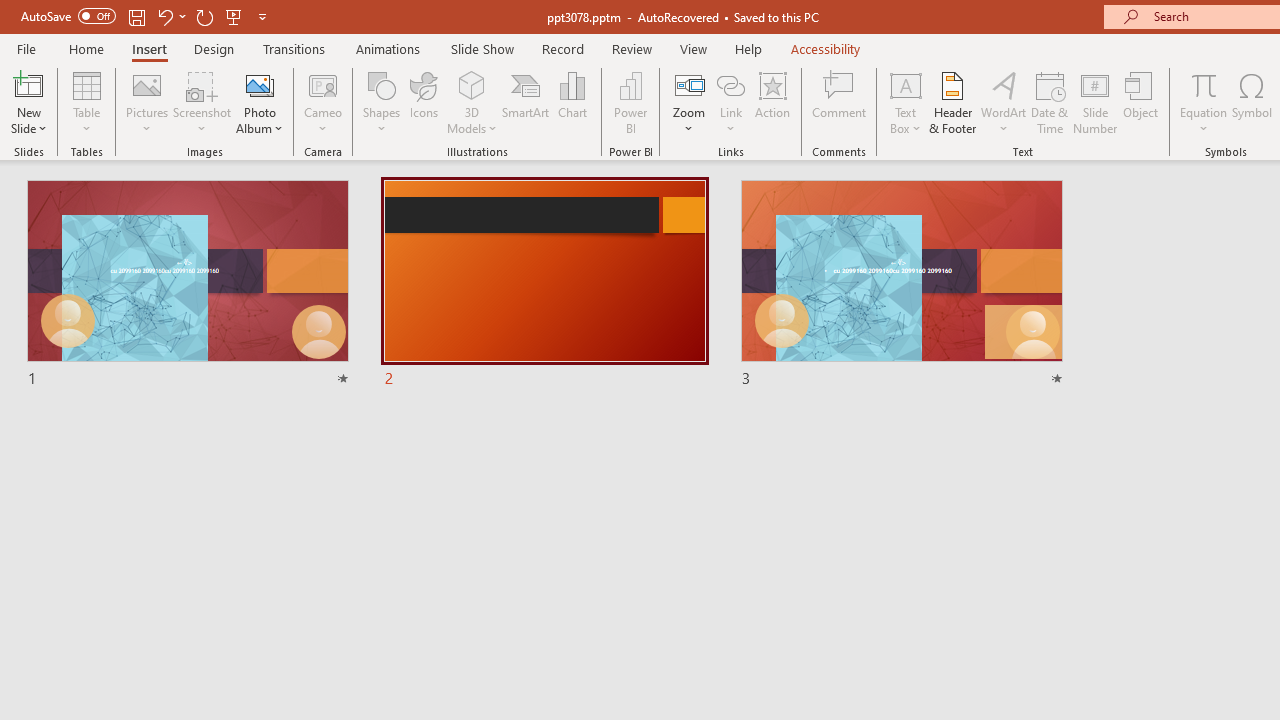  Describe the element at coordinates (630, 103) in the screenshot. I see `'Power BI'` at that location.